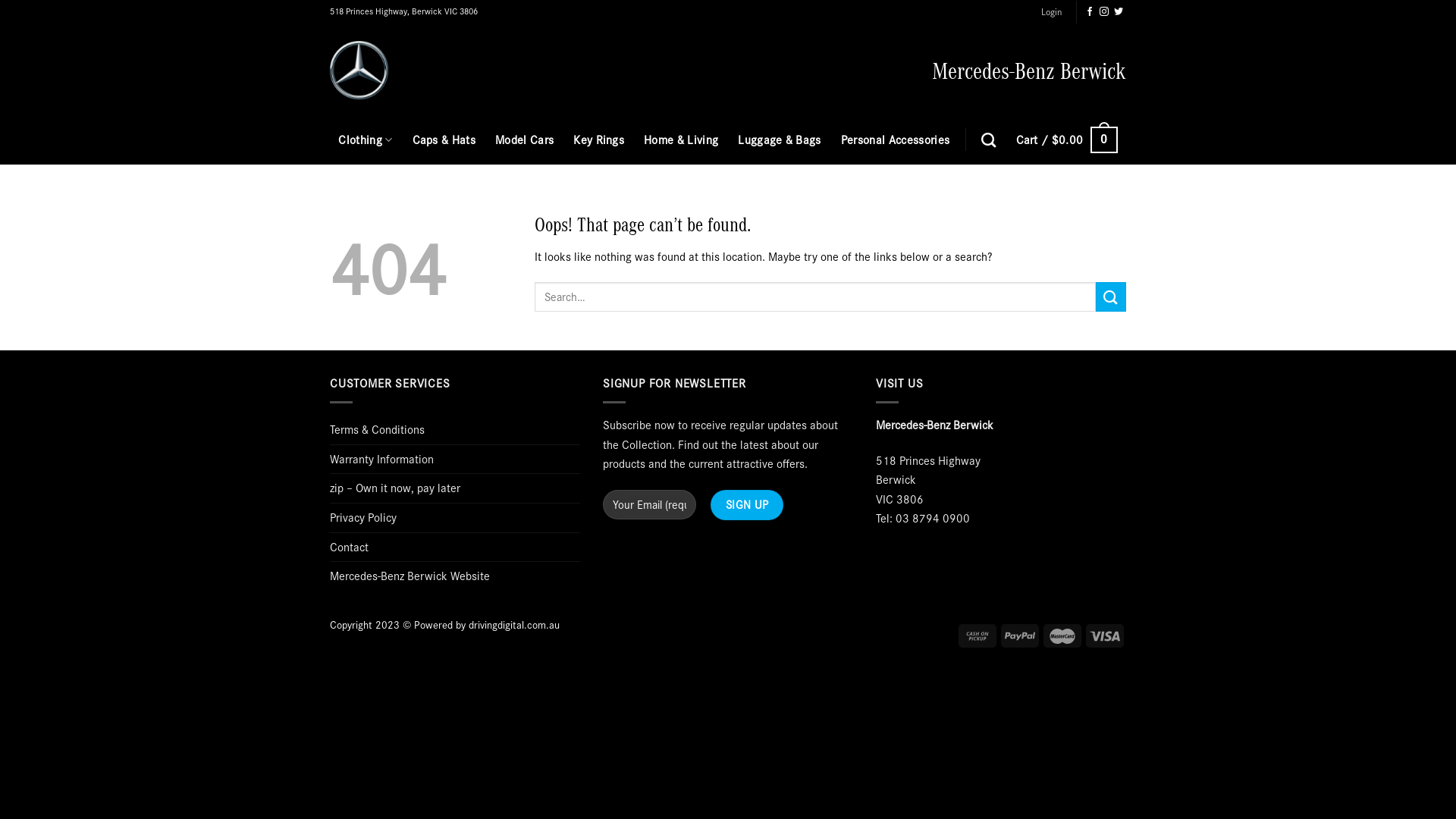 The width and height of the screenshot is (1456, 819). I want to click on 'Privacy Policy', so click(362, 516).